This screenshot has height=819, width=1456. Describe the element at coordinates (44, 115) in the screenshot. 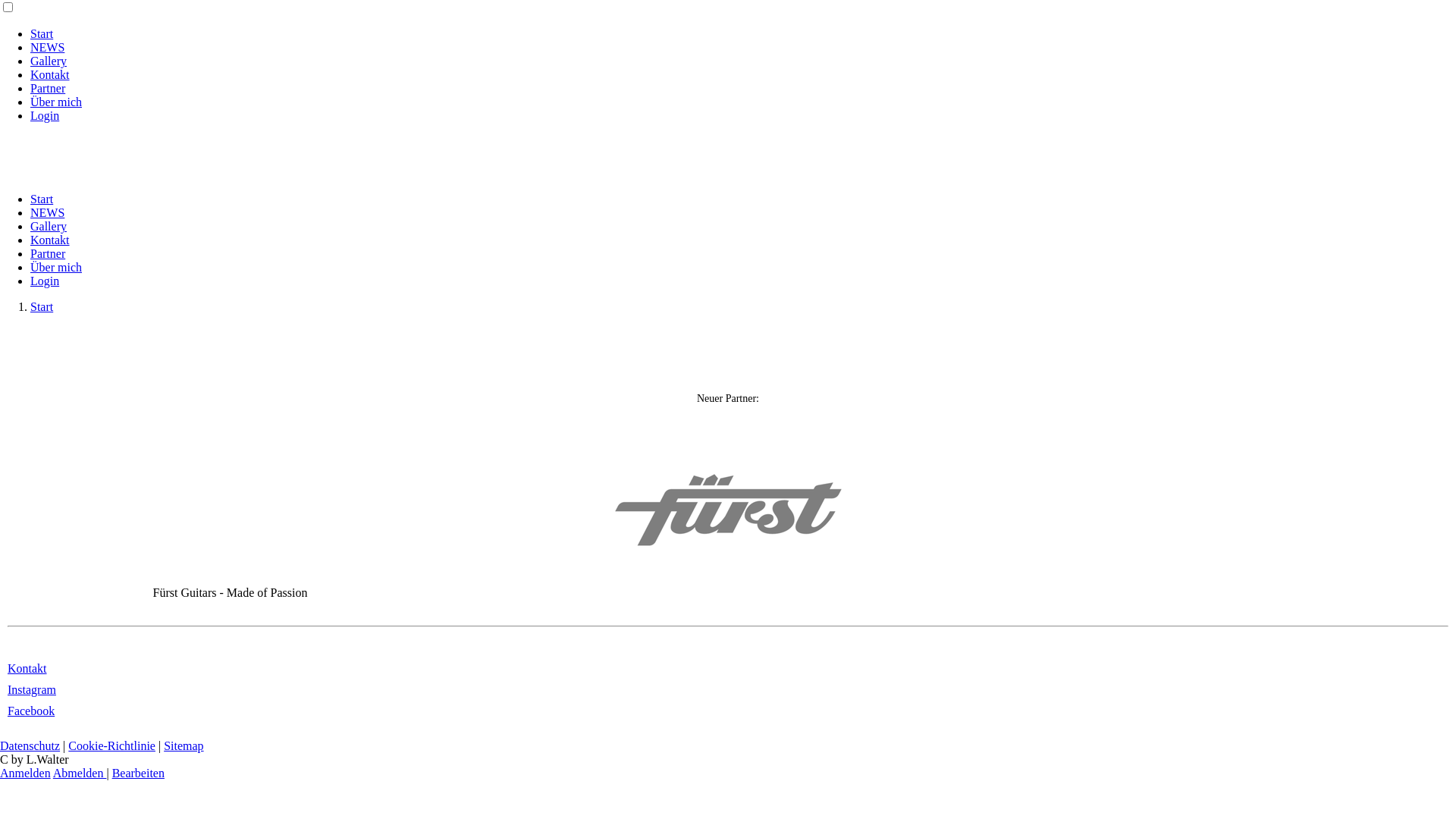

I see `'Login'` at that location.